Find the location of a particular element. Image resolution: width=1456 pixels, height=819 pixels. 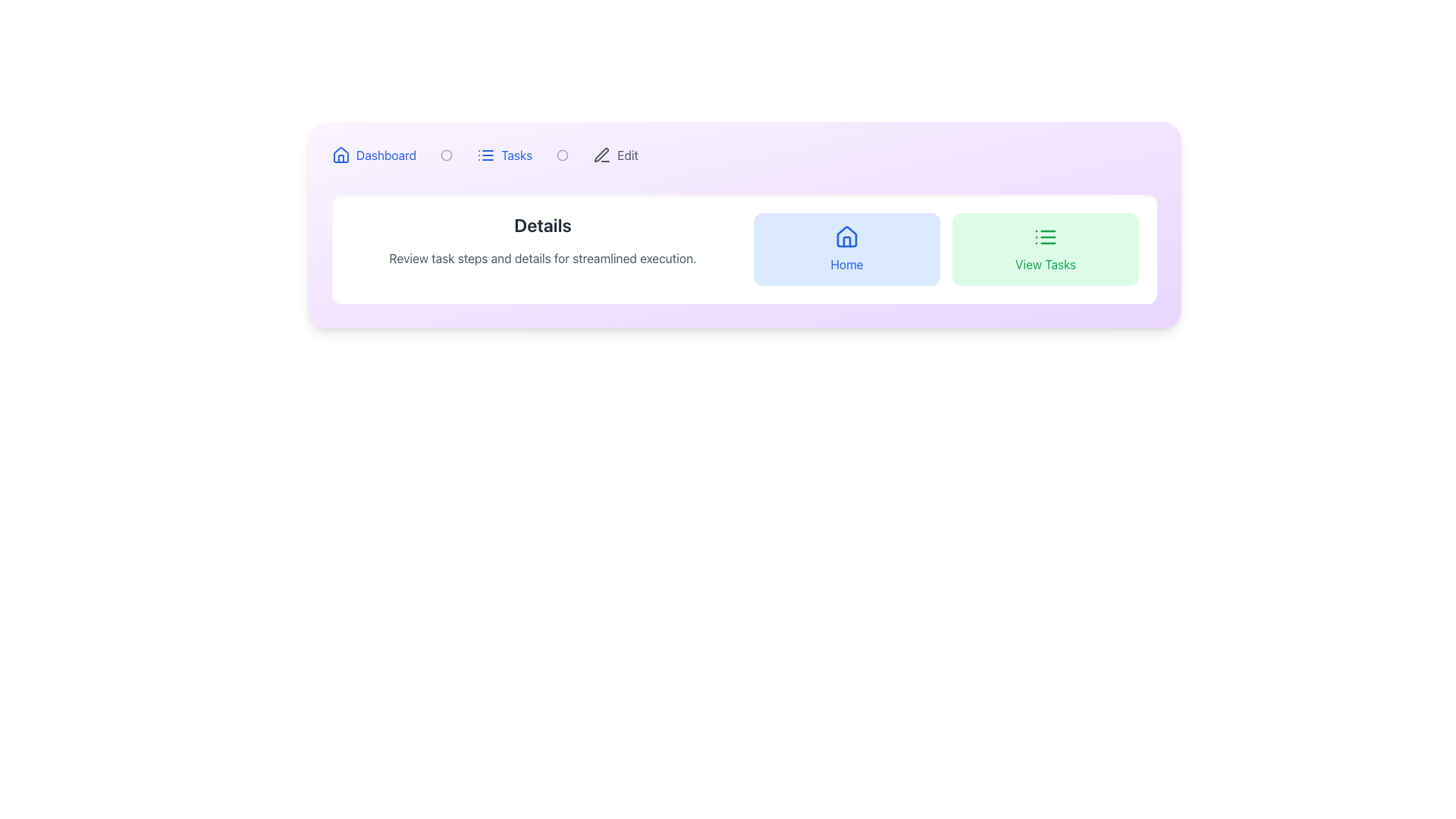

the minimalistic gray circular icon located between the 'Dashboard' and 'Tasks' labels in the navigation bar is located at coordinates (562, 155).